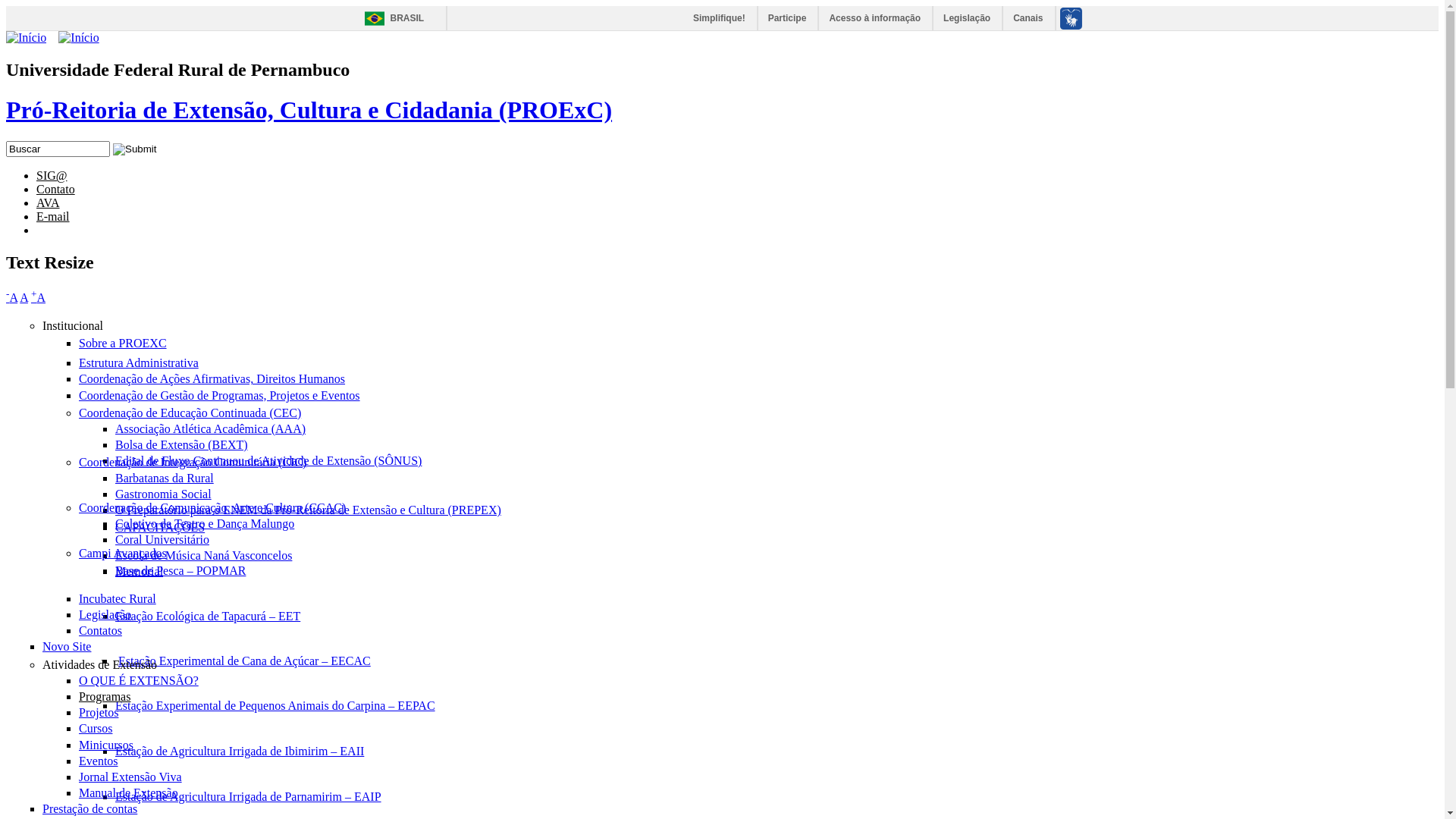 This screenshot has width=1456, height=819. Describe the element at coordinates (38, 297) in the screenshot. I see `'+A'` at that location.